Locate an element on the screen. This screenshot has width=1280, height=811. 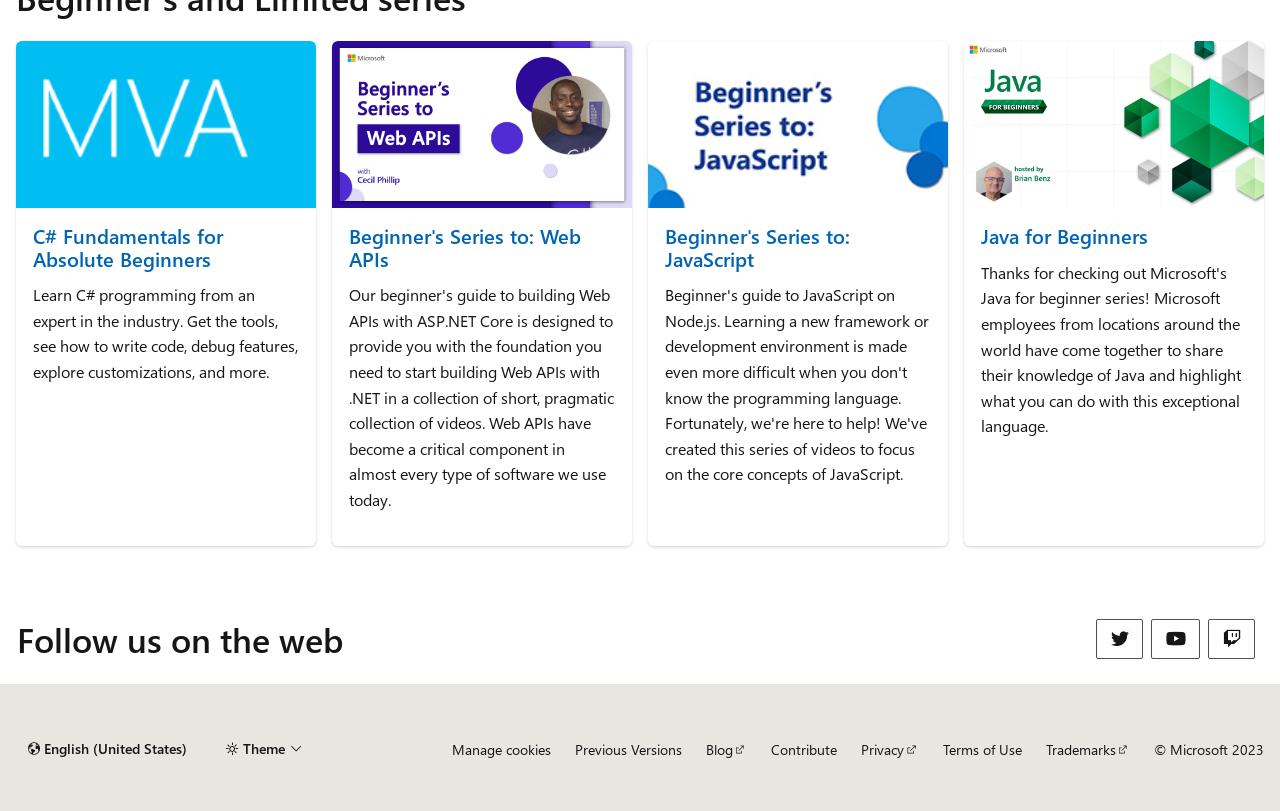
'Theme' is located at coordinates (241, 747).